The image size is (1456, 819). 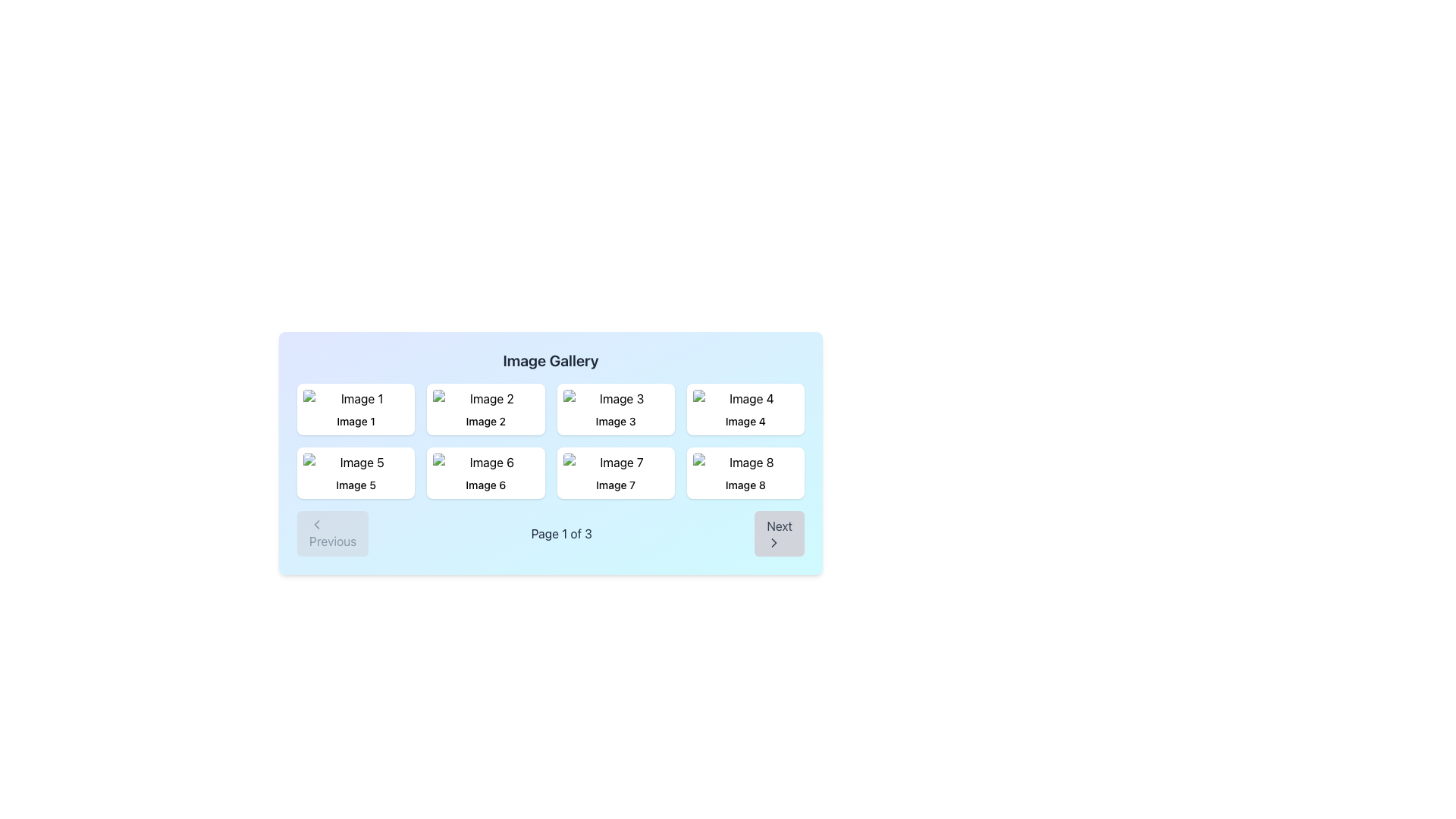 What do you see at coordinates (355, 461) in the screenshot?
I see `the image placeholder for 'Image 5' located` at bounding box center [355, 461].